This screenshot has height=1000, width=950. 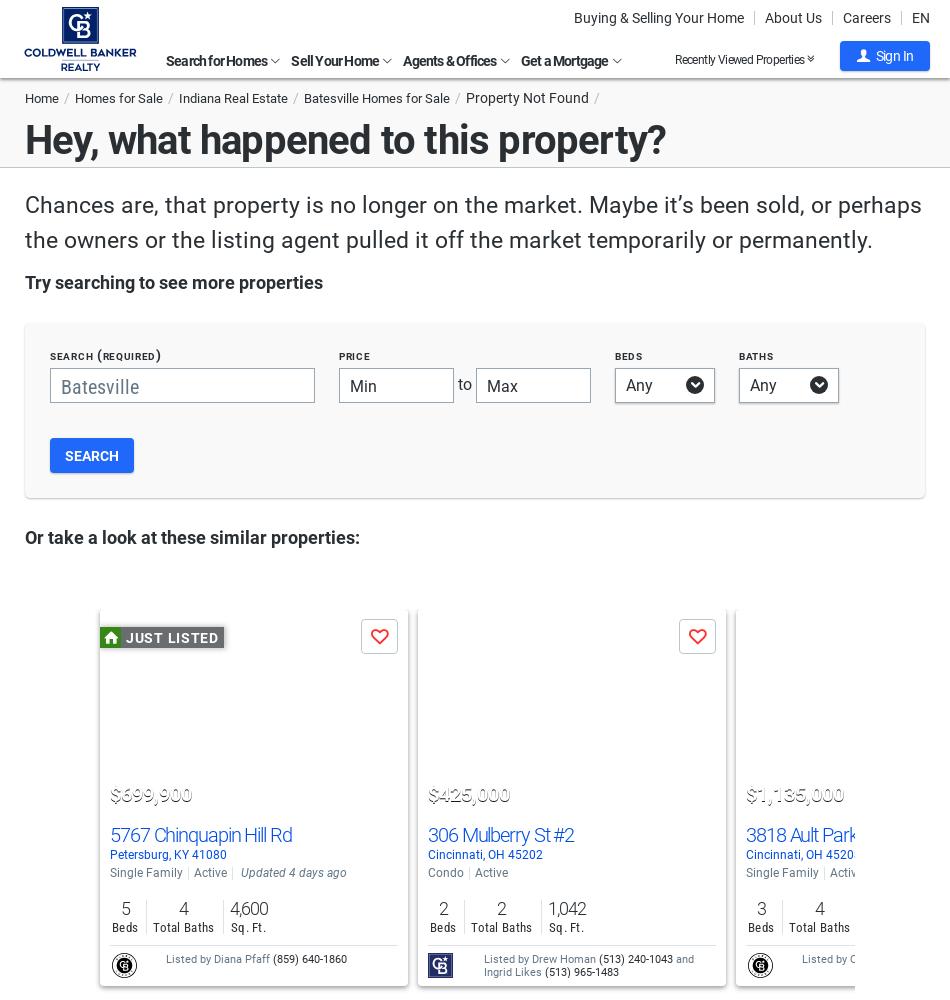 What do you see at coordinates (532, 957) in the screenshot?
I see `'Drew Homan'` at bounding box center [532, 957].